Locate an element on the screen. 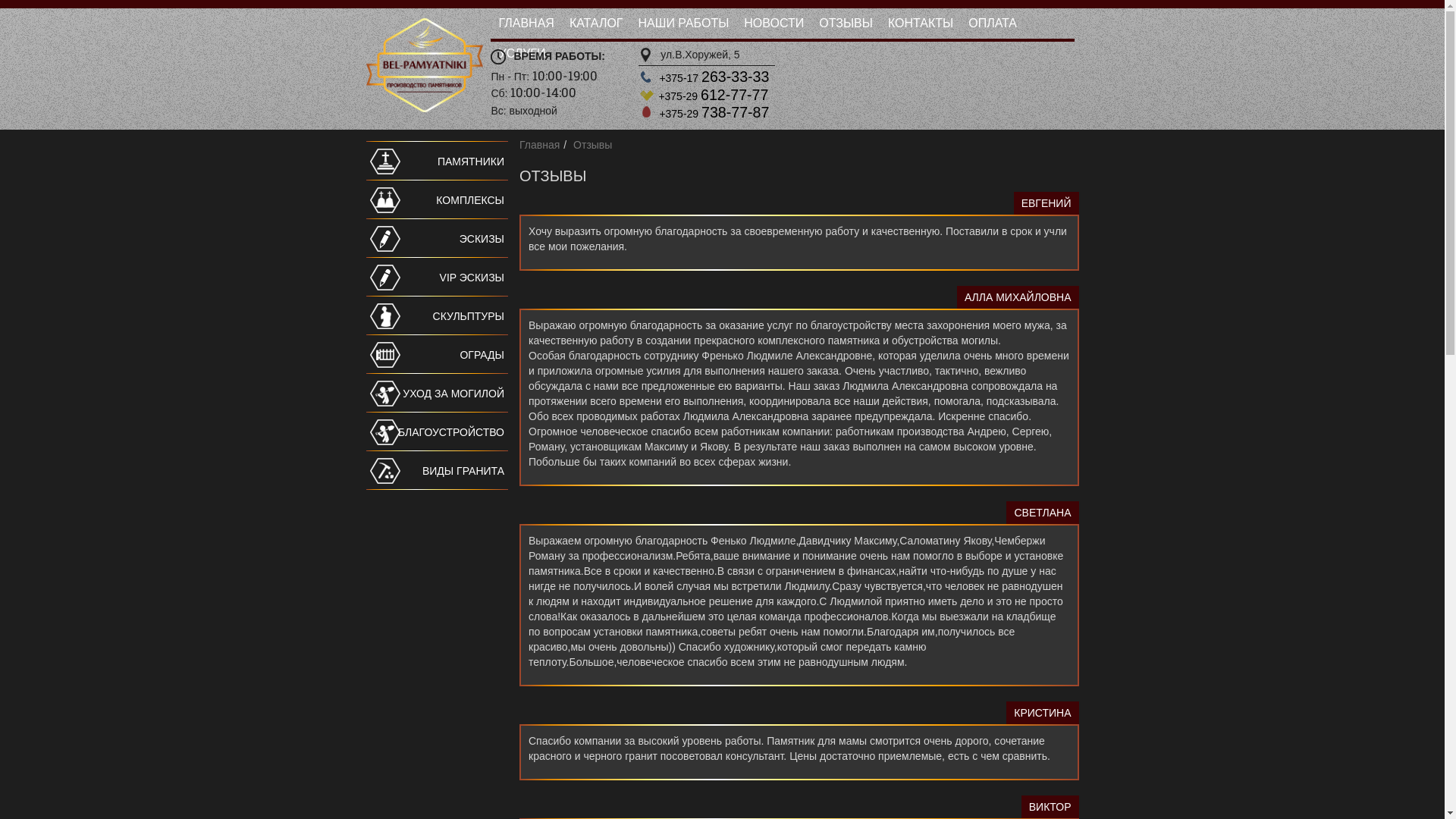 The image size is (1456, 819). '+375-29 612-77-77' is located at coordinates (658, 96).